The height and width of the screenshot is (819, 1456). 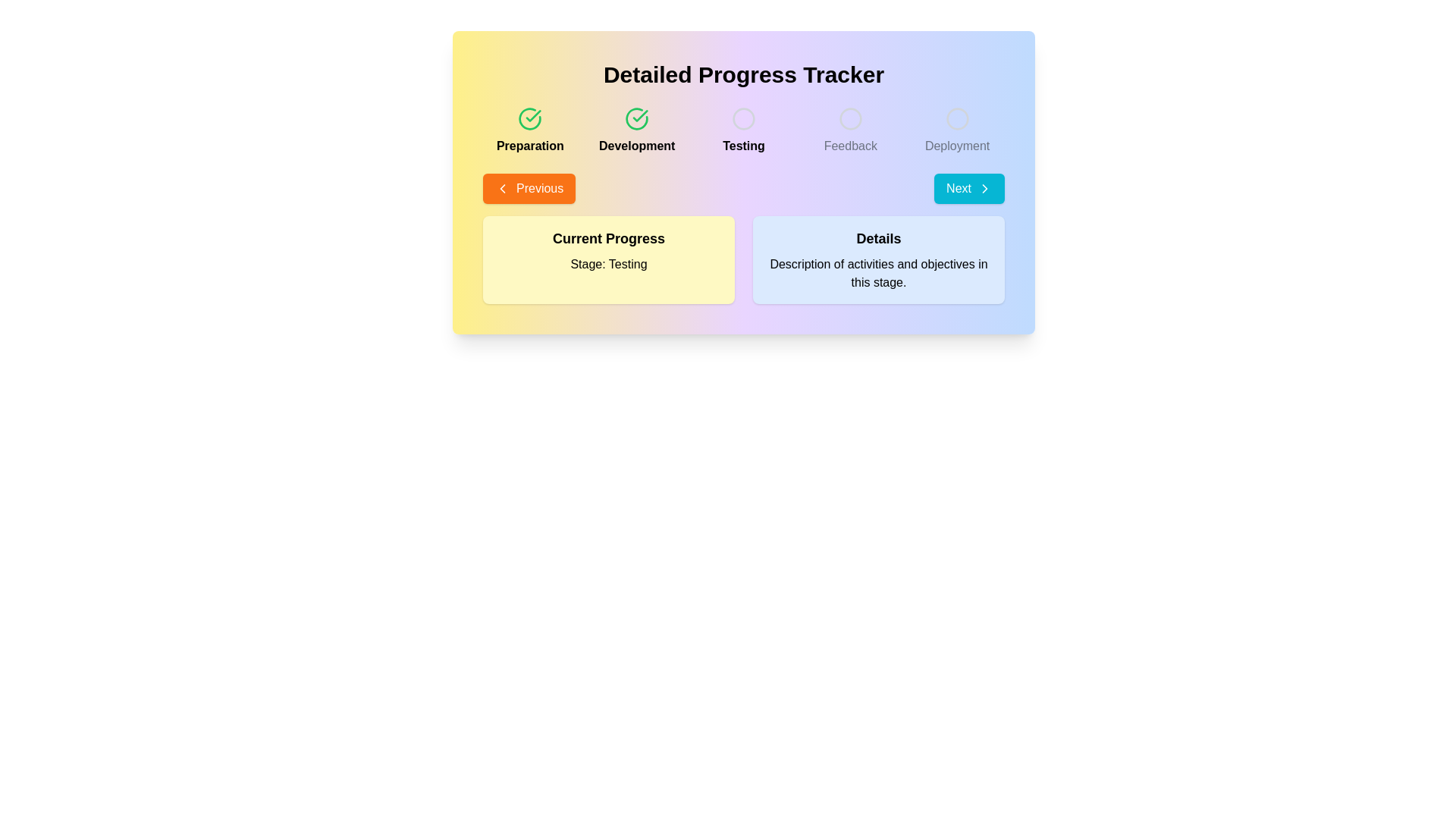 I want to click on the chevron-shaped arrow icon pointing to the right, which is located adjacent to the 'Next' button text in the bottom right area of the central card, so click(x=985, y=188).